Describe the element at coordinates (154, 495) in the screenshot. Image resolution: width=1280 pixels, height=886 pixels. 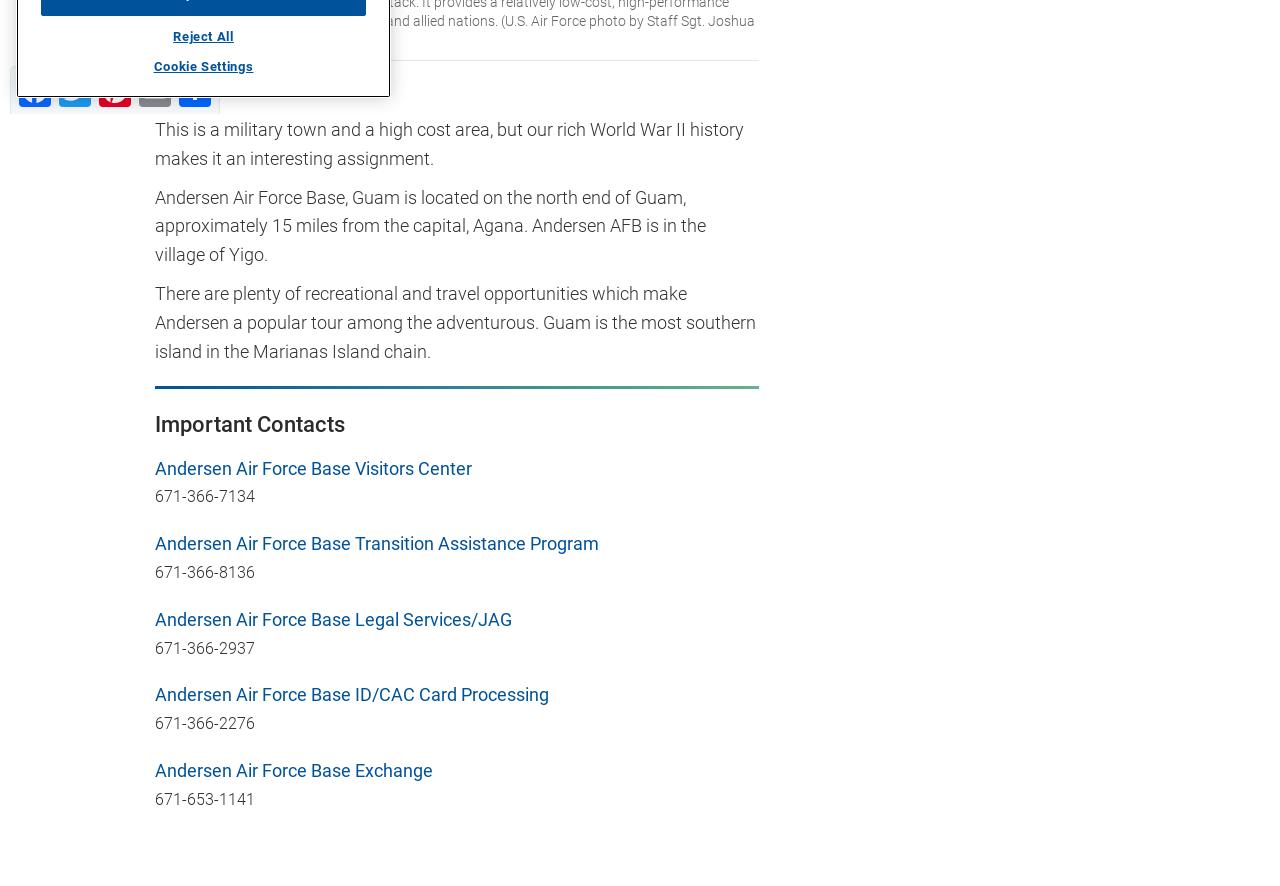
I see `'671-366-7134'` at that location.